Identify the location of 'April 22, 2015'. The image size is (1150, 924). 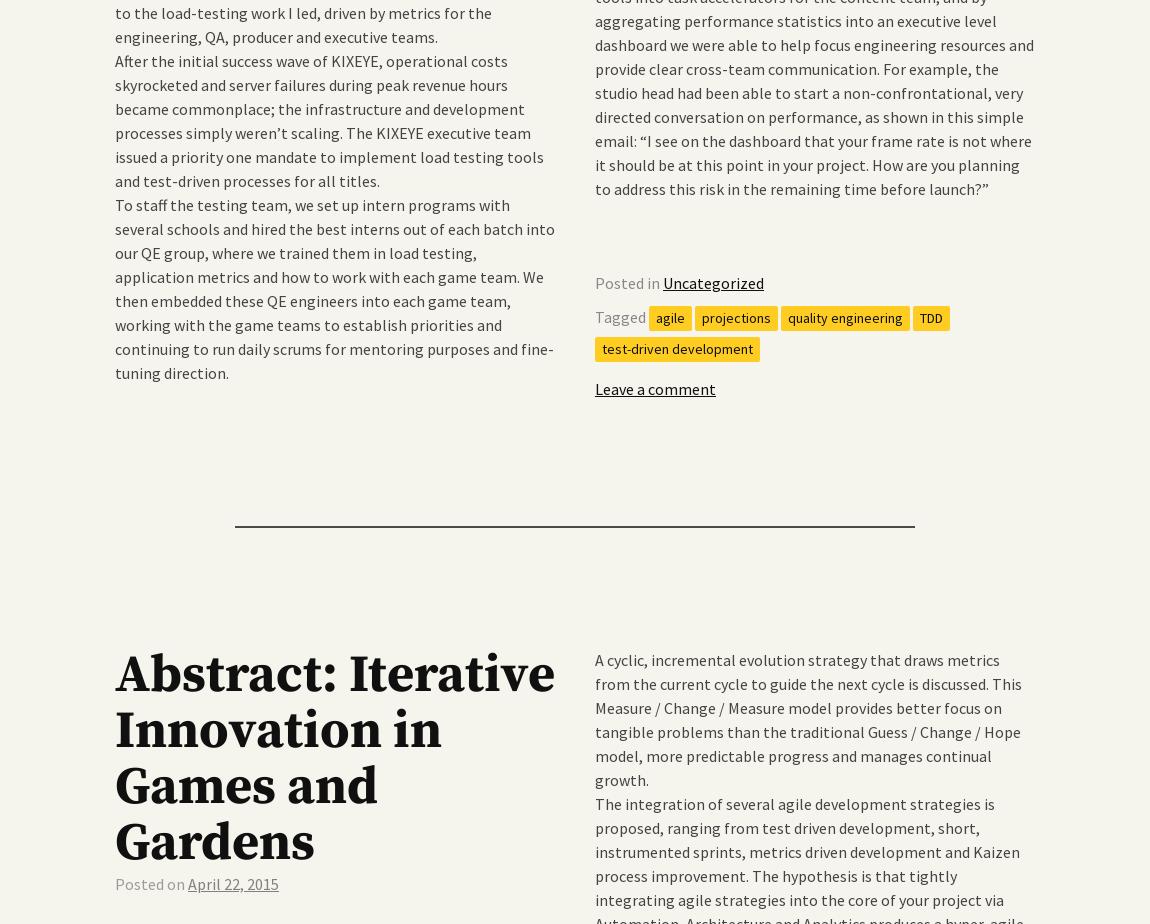
(232, 882).